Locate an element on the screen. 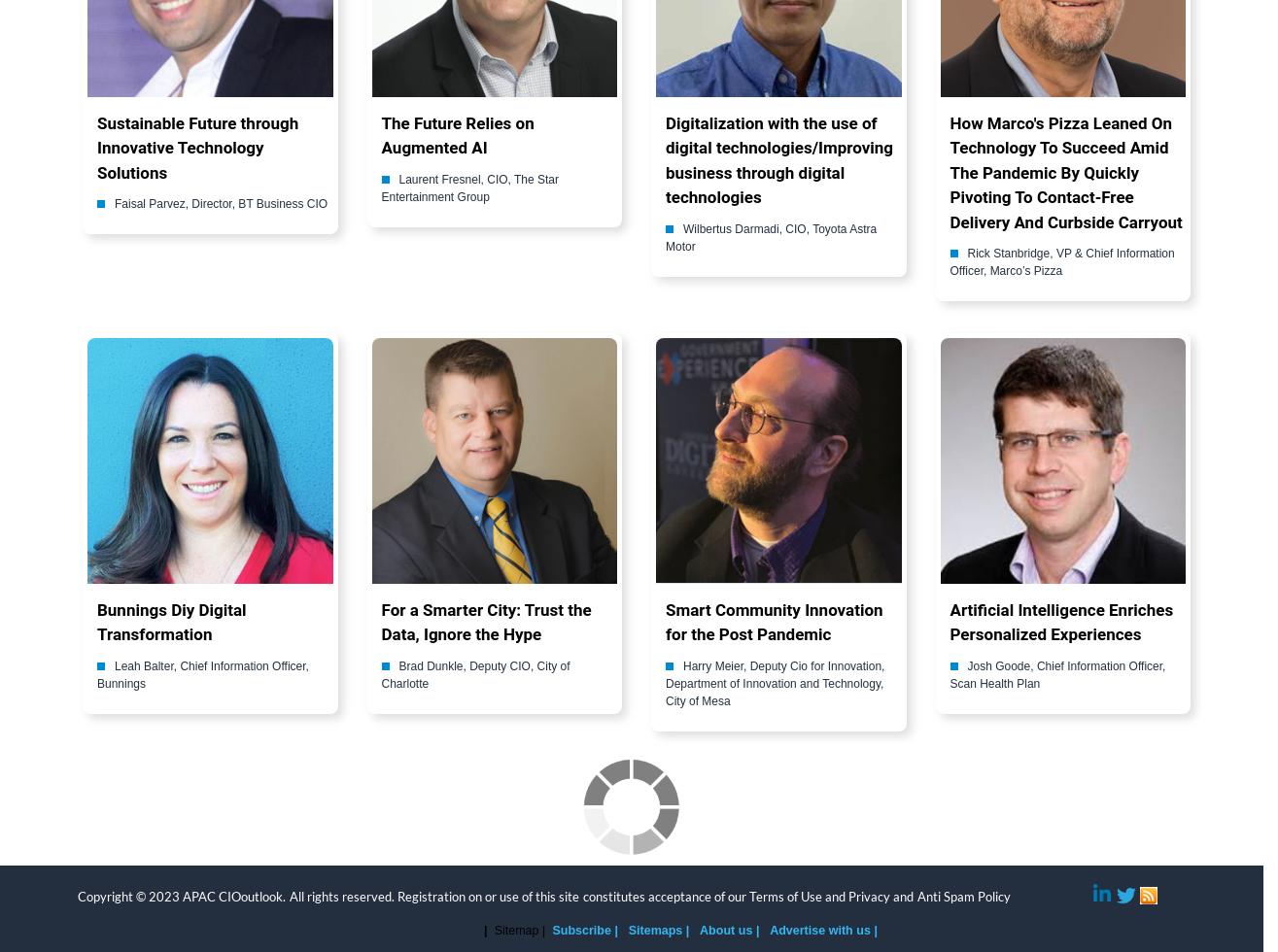 This screenshot has width=1278, height=952. 'Artificial Intelligence Enriches Personalized Experiences' is located at coordinates (1059, 622).